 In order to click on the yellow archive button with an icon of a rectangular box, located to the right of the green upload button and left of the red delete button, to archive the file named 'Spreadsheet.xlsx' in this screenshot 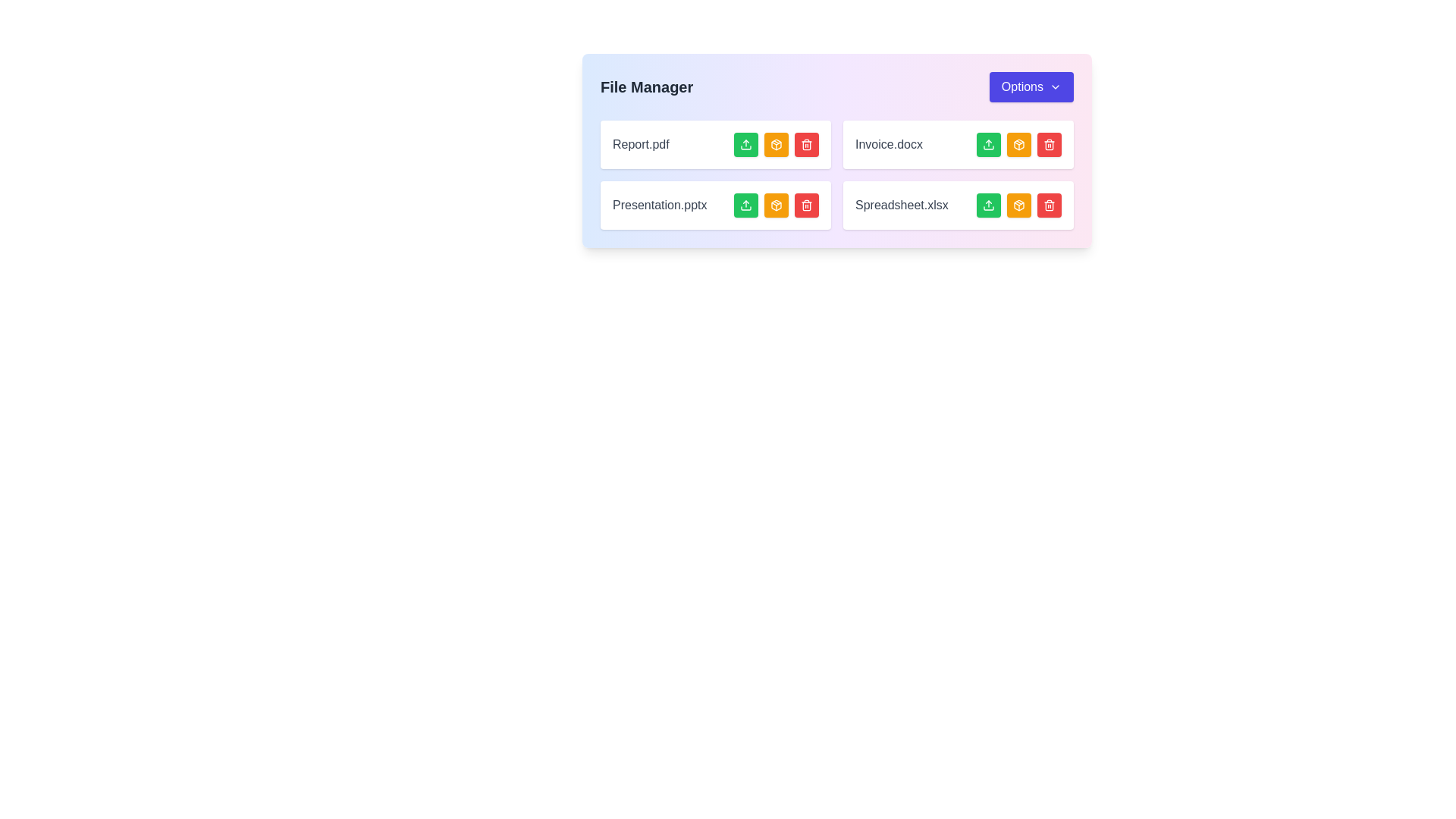, I will do `click(1019, 205)`.